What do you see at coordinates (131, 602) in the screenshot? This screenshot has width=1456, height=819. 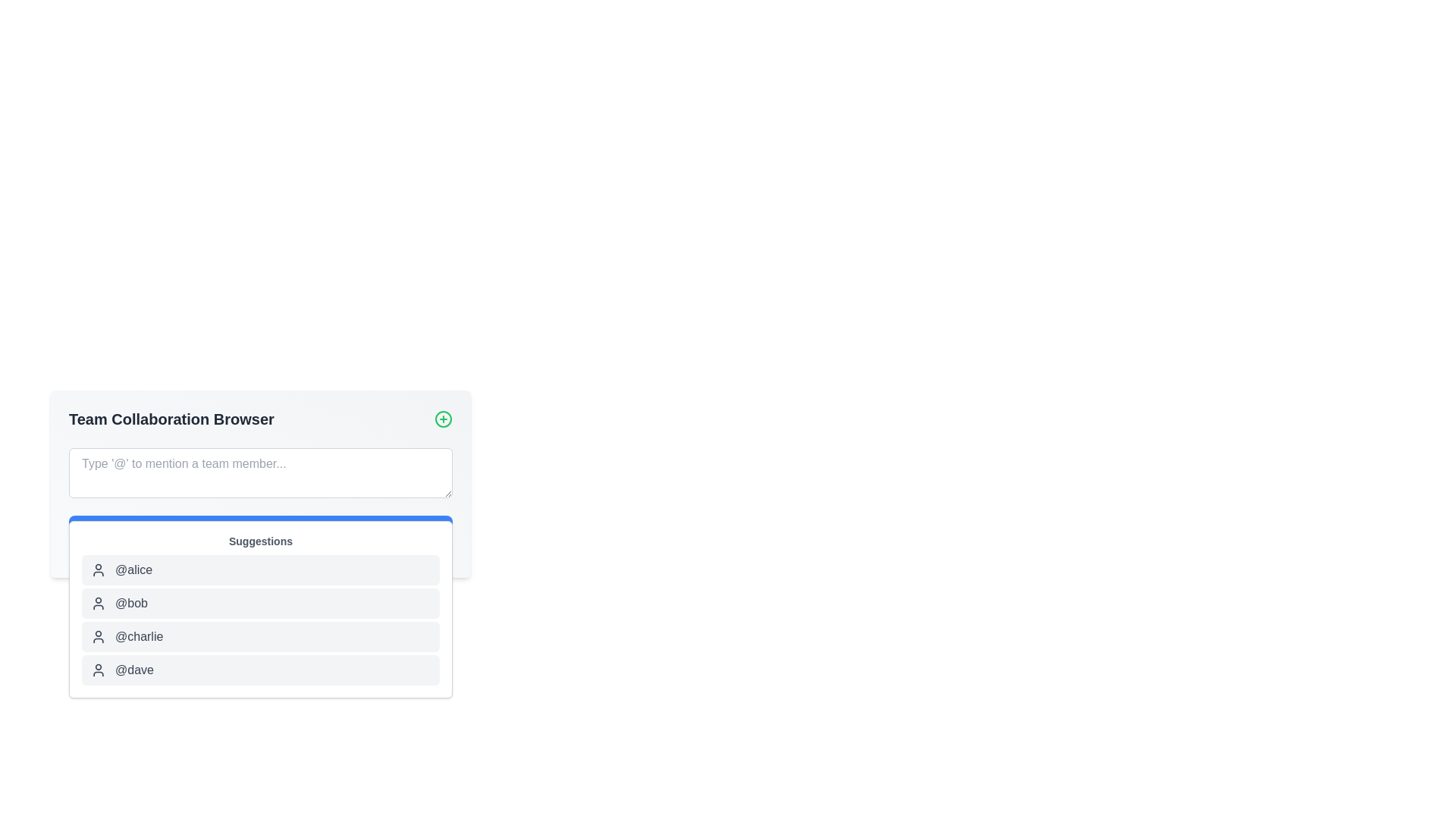 I see `the text element displaying '@bob' in gray color, which is the second option in the 'Suggestions' dropdown list` at bounding box center [131, 602].